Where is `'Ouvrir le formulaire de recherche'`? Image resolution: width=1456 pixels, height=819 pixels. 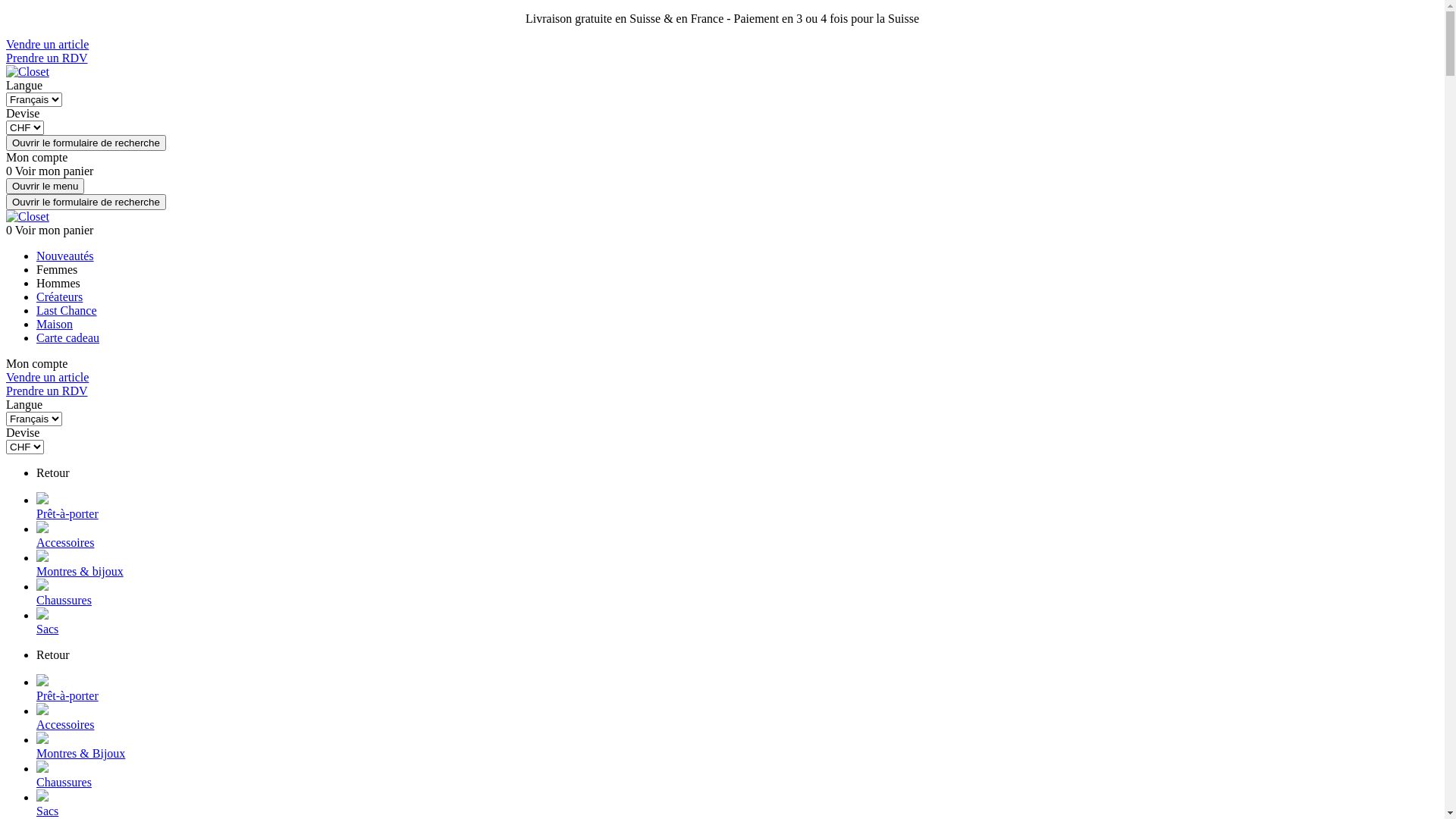
'Ouvrir le formulaire de recherche' is located at coordinates (85, 143).